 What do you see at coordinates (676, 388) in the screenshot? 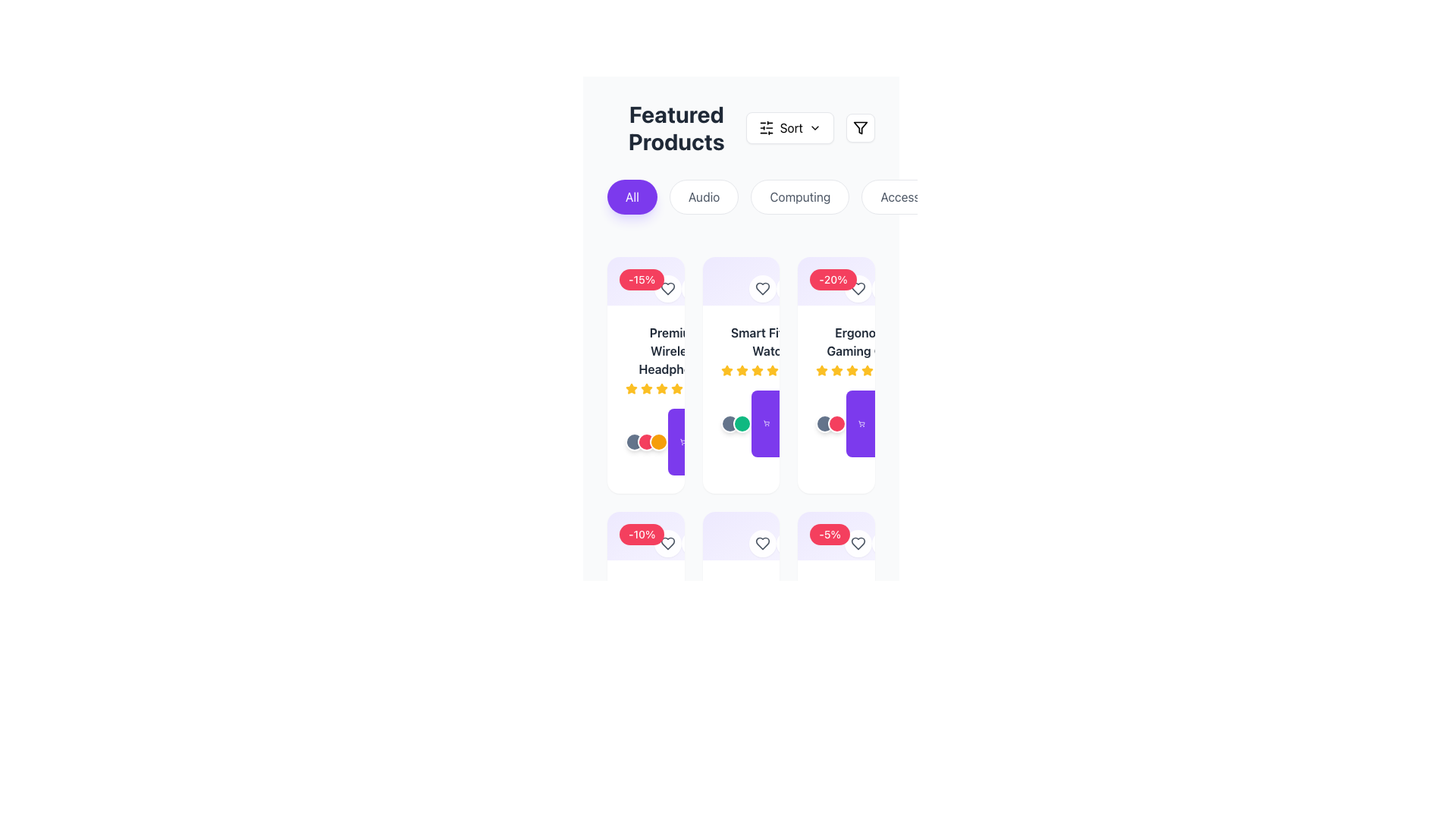
I see `the filled star icon representing the rating for the second product in the first row of the product grid` at bounding box center [676, 388].